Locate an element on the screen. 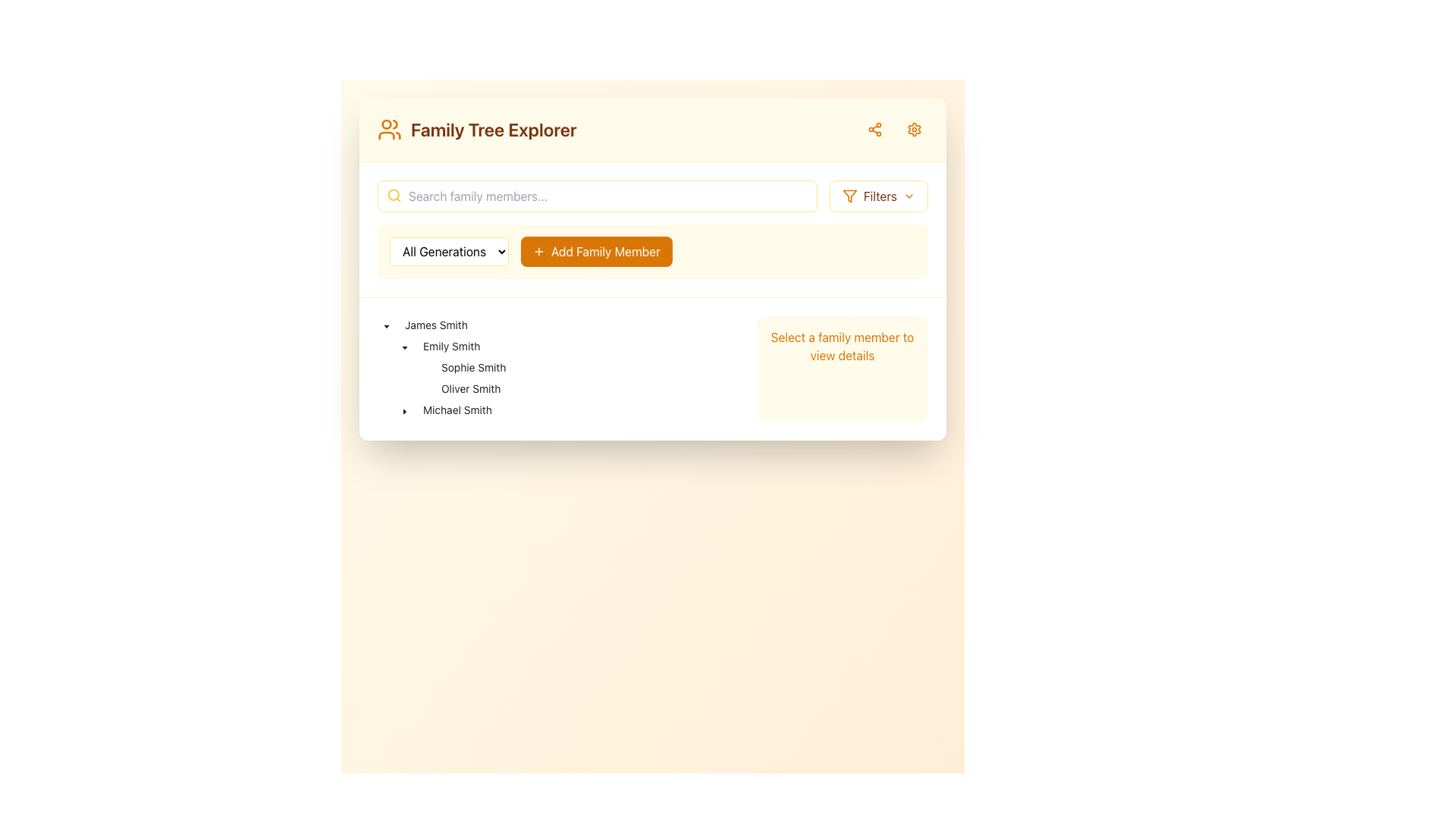  the center of the gear/settings icon, which is a small circular icon in amber color located at the top-right corner of the user interface is located at coordinates (913, 128).